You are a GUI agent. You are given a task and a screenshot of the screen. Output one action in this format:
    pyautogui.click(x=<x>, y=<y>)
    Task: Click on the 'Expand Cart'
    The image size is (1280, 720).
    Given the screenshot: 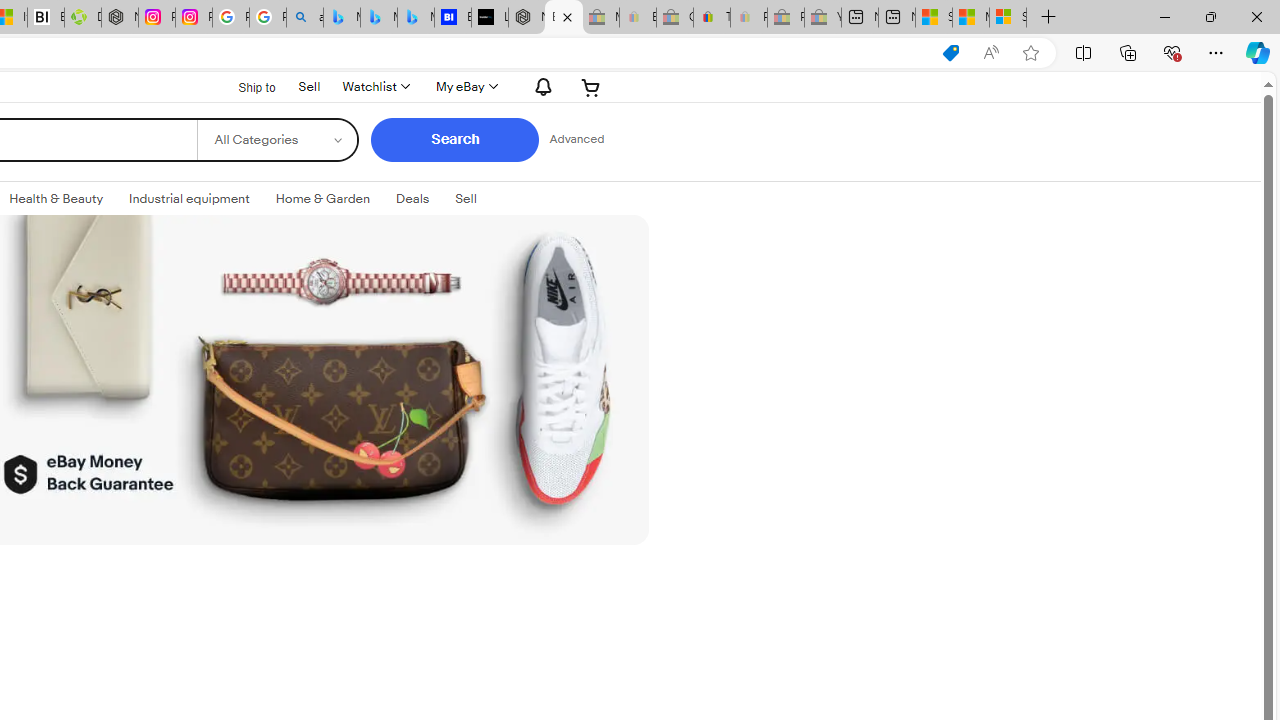 What is the action you would take?
    pyautogui.click(x=590, y=85)
    